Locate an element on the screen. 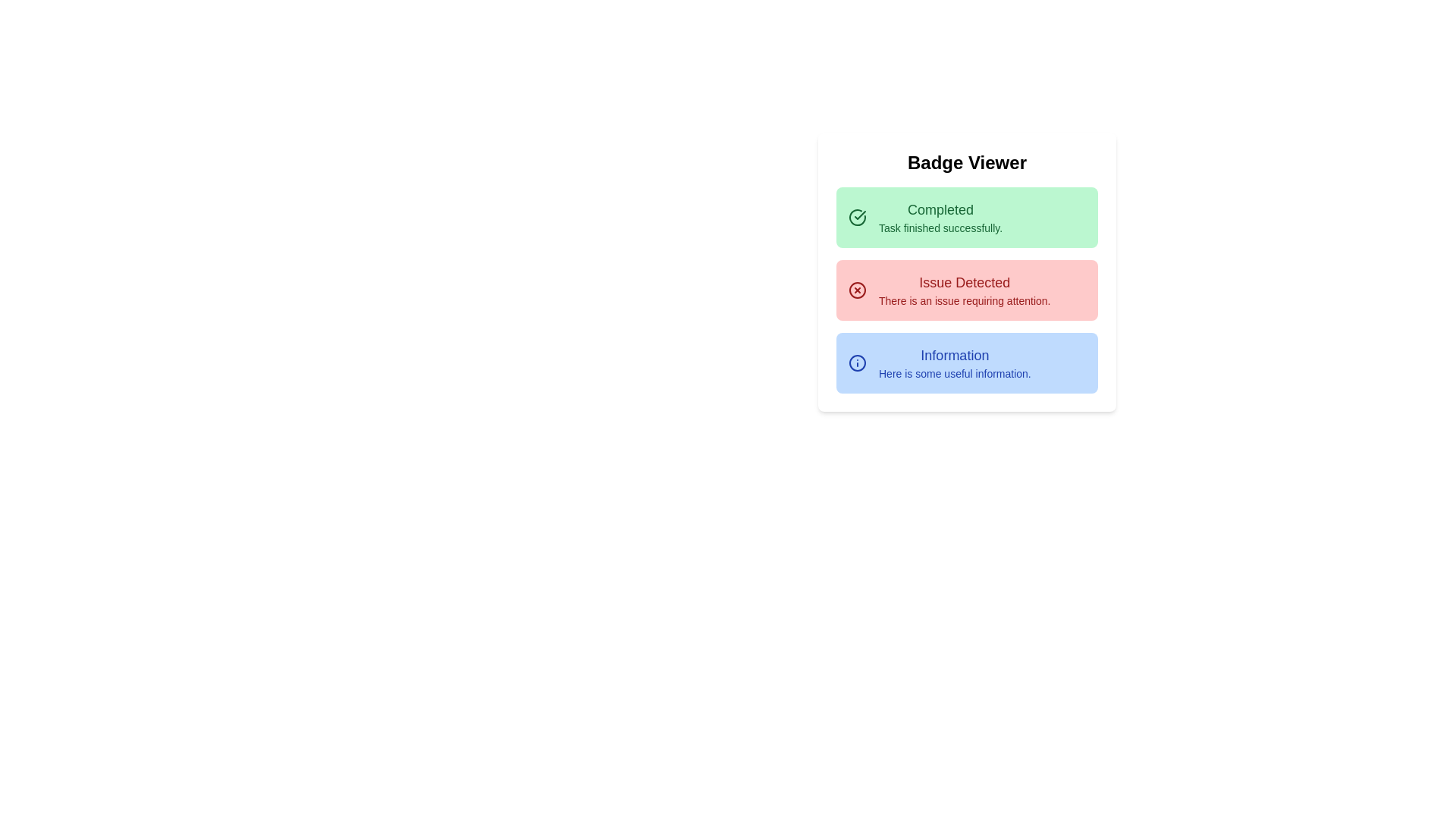  the informational text element that reads 'Here is some useful information.' styled in a small blue font, located below the heading 'Information' is located at coordinates (954, 374).